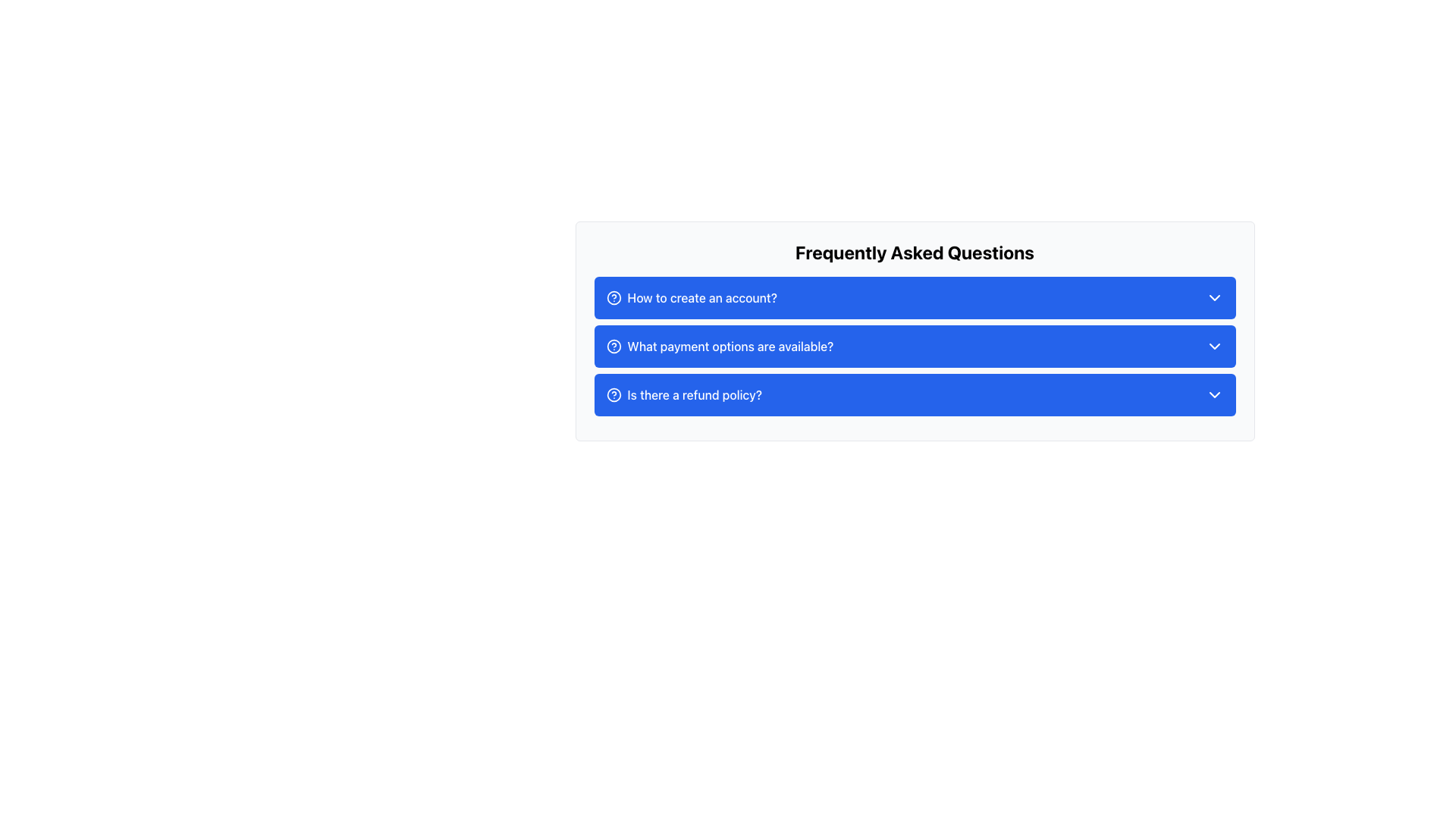 The image size is (1456, 819). Describe the element at coordinates (613, 394) in the screenshot. I see `the circular outline within the question mark icon that is part of the third item in the FAQ list, located to the left of the text 'Is there a refund policy?'` at that location.